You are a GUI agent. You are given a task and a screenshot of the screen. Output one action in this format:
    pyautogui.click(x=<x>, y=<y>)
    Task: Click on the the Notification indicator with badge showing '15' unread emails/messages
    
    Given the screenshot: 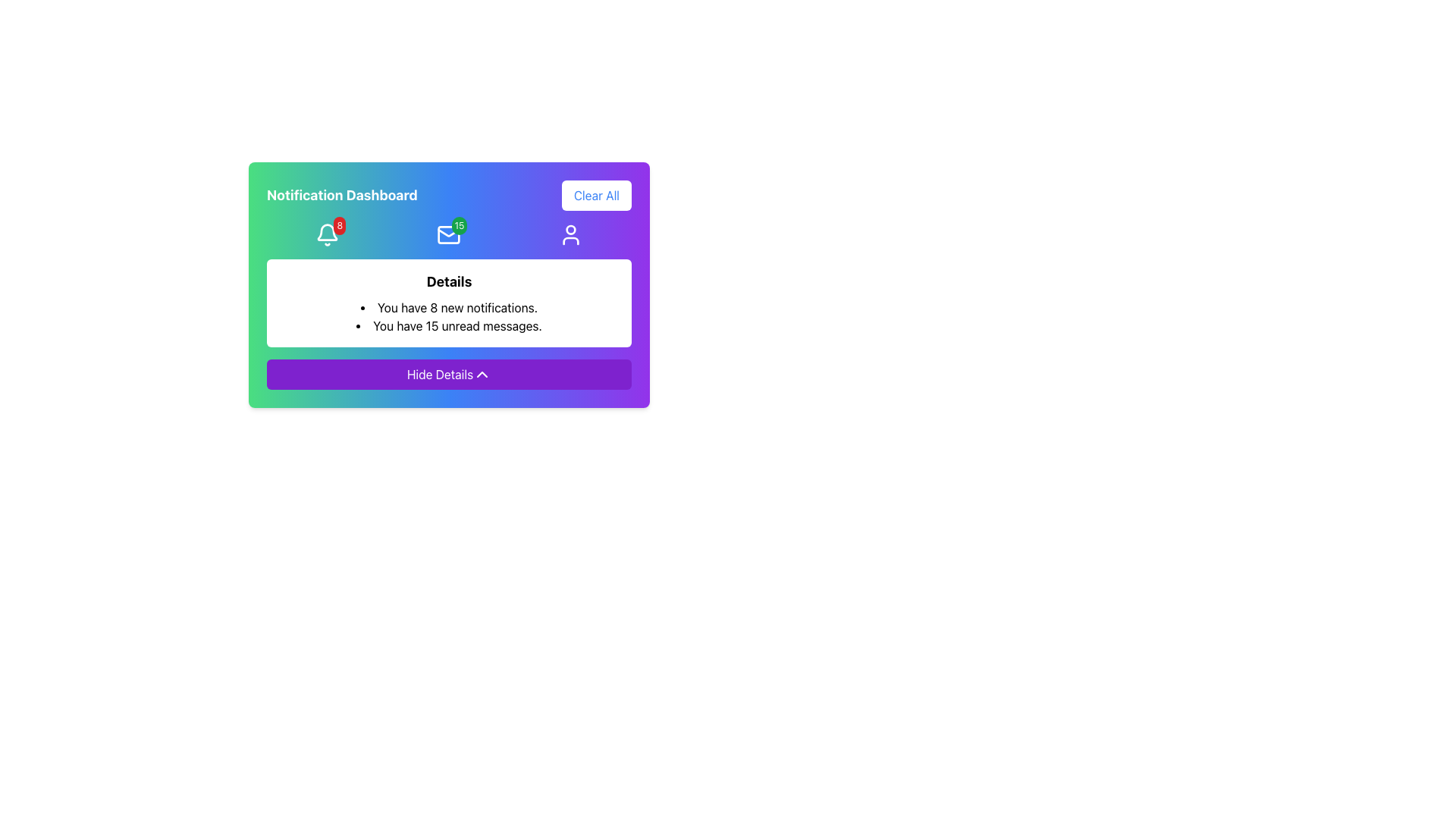 What is the action you would take?
    pyautogui.click(x=448, y=234)
    